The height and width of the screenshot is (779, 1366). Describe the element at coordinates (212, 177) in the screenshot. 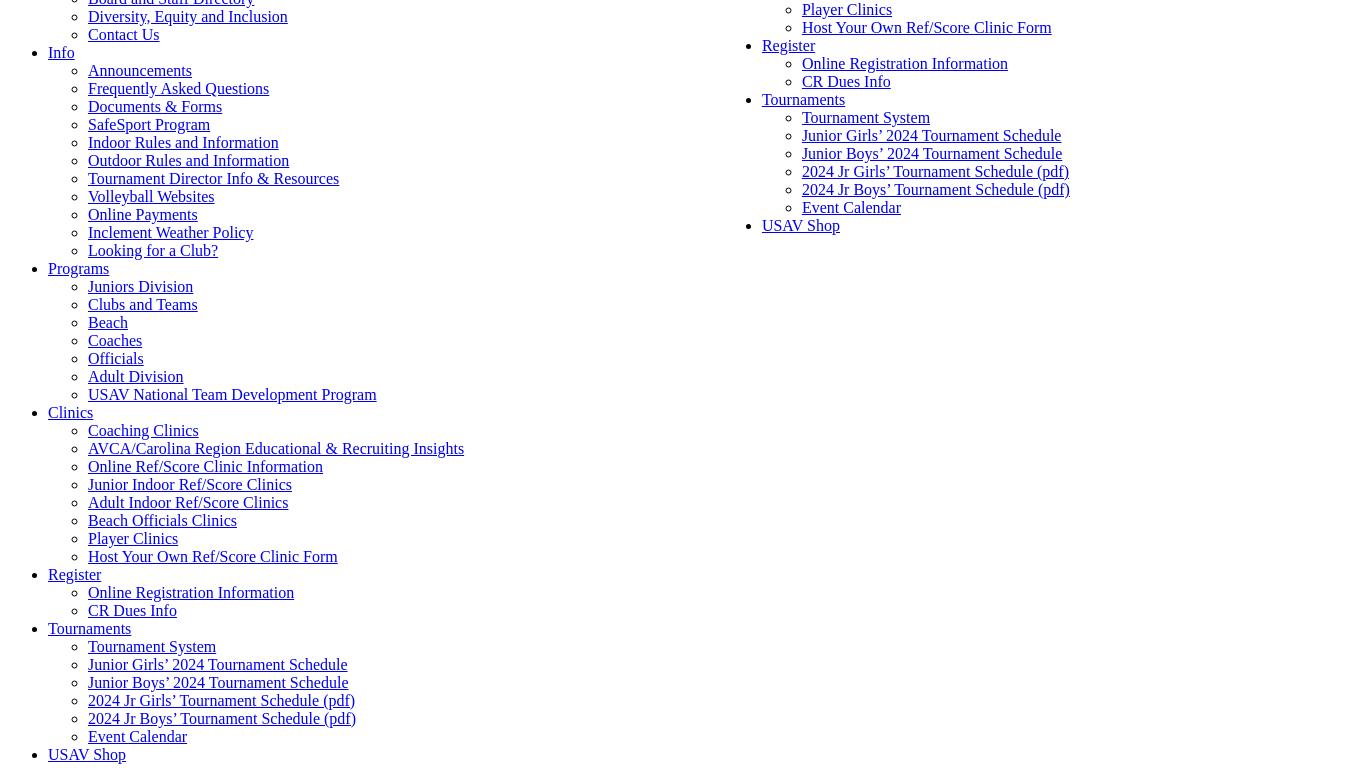

I see `'Tournament Director Info & Resources'` at that location.